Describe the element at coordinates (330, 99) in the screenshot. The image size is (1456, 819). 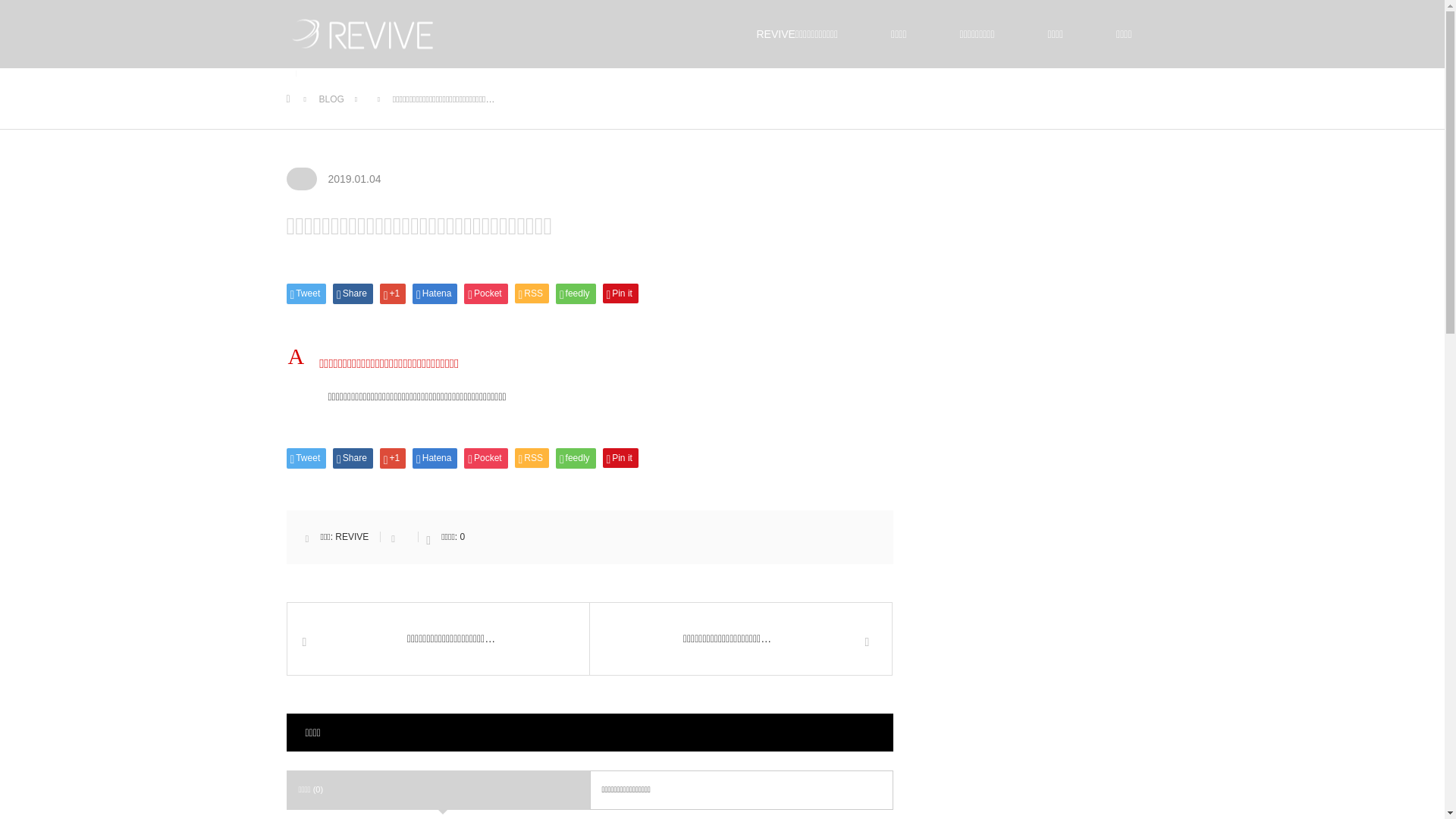
I see `'BLOG'` at that location.